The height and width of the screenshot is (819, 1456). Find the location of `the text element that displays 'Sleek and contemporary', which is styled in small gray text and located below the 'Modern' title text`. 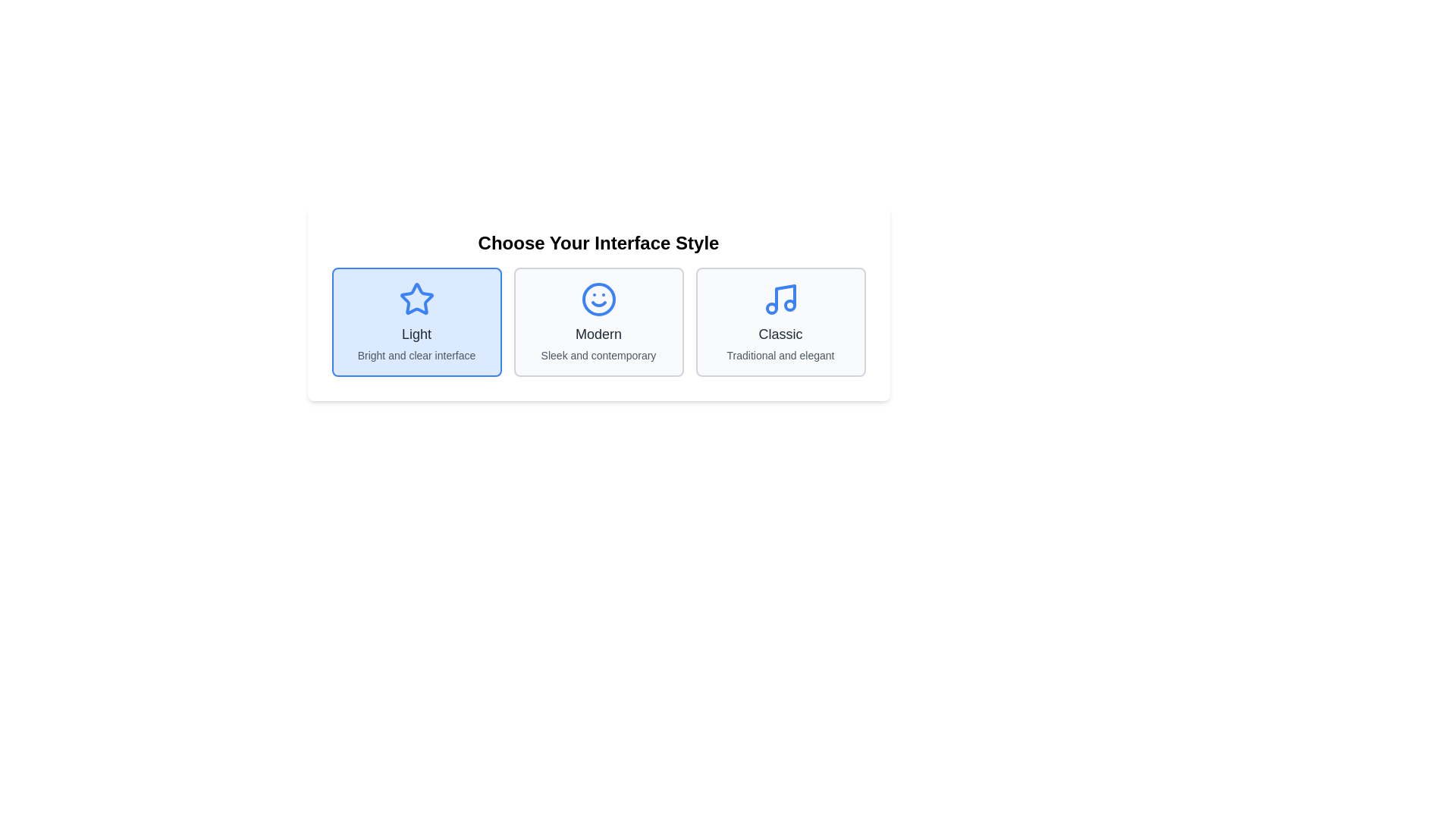

the text element that displays 'Sleek and contemporary', which is styled in small gray text and located below the 'Modern' title text is located at coordinates (598, 356).